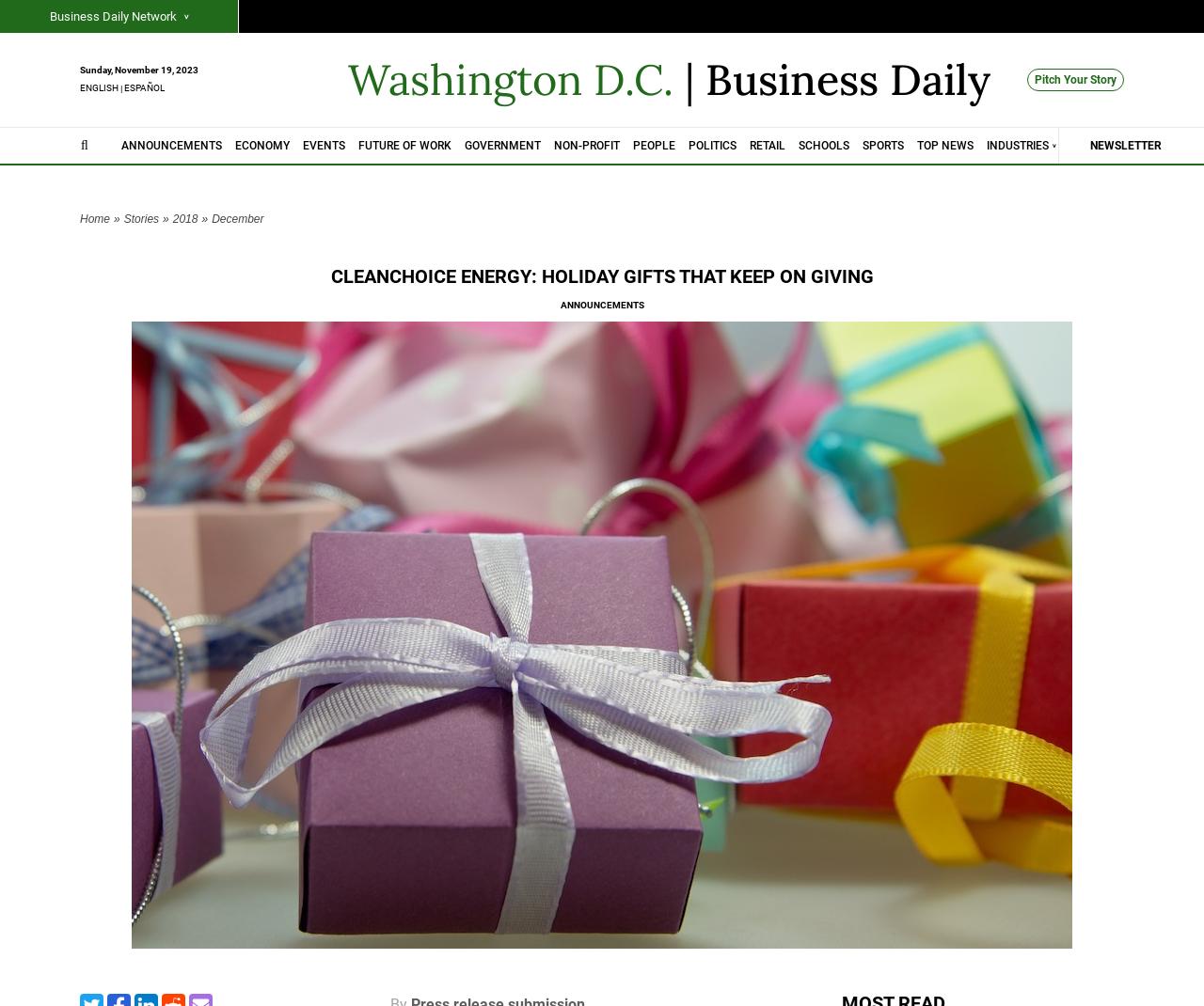 The image size is (1204, 1006). What do you see at coordinates (348, 78) in the screenshot?
I see `'Washington D.C.'` at bounding box center [348, 78].